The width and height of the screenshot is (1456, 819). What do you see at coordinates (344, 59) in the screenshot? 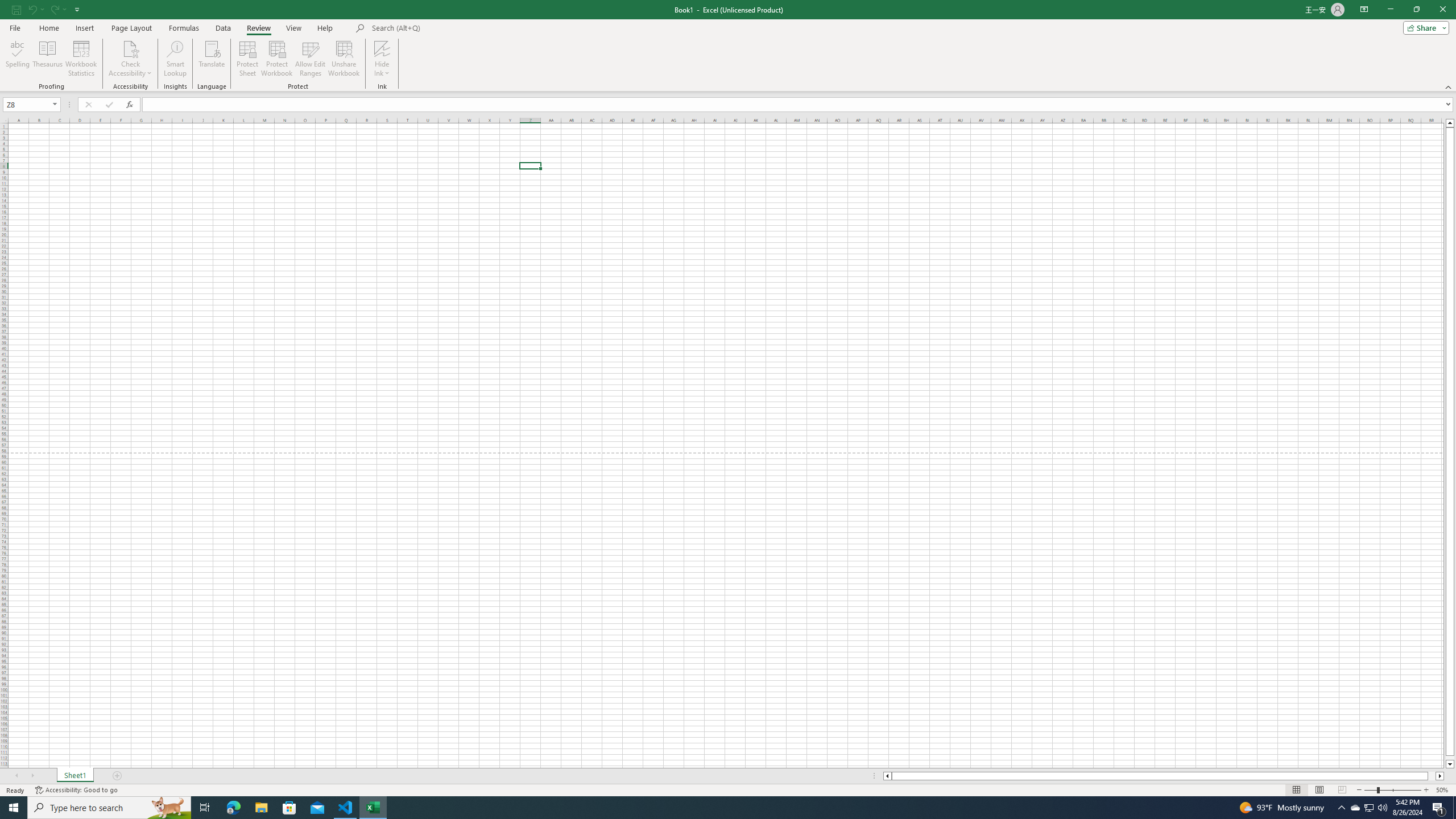
I see `'Unshare Workbook'` at bounding box center [344, 59].